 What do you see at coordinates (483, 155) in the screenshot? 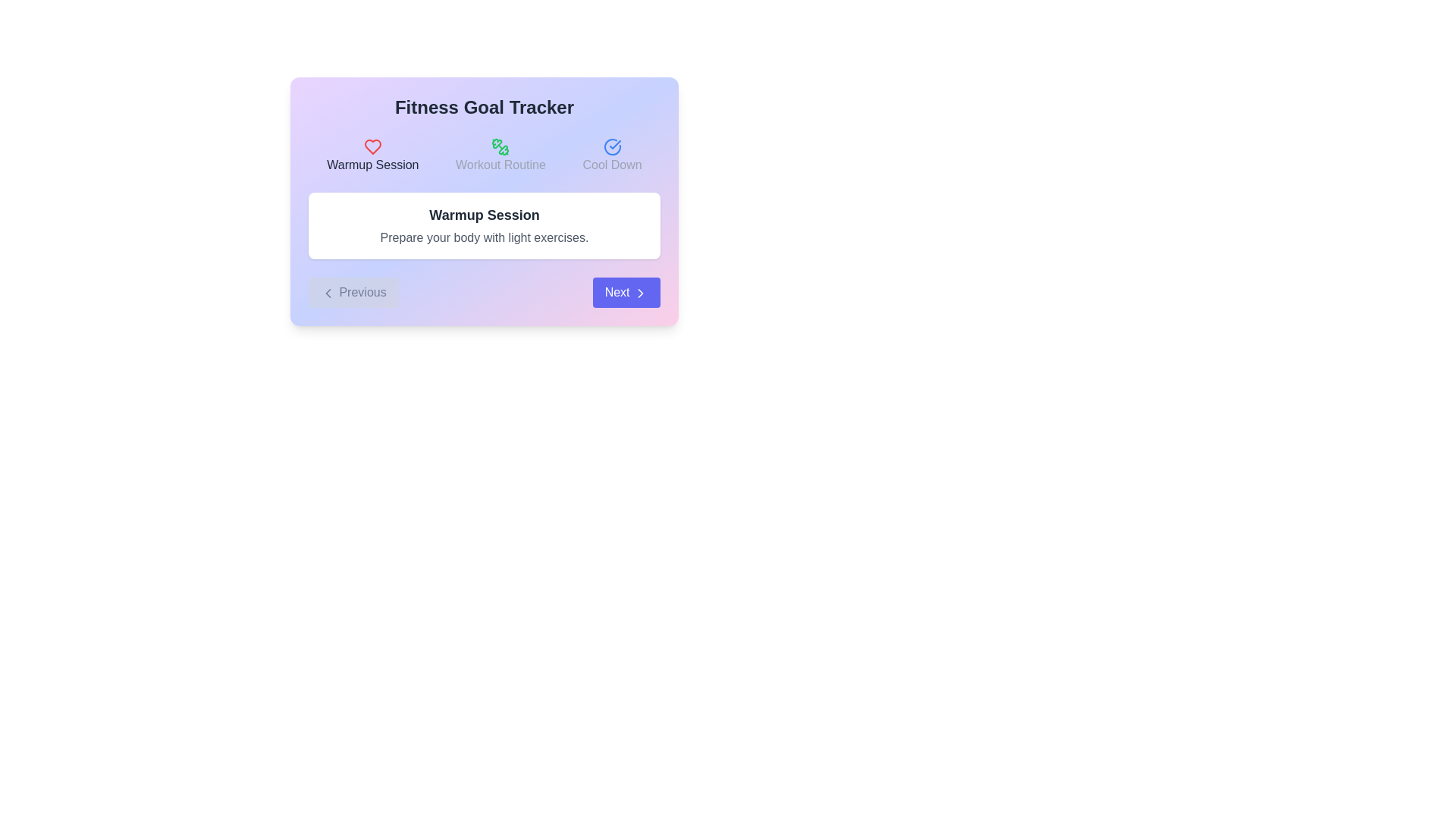
I see `the navigation bar icons or text for further actions, specifically targeting the categories 'Warmup Session,' 'Workout Routine,' and 'Cool Down.'` at bounding box center [483, 155].